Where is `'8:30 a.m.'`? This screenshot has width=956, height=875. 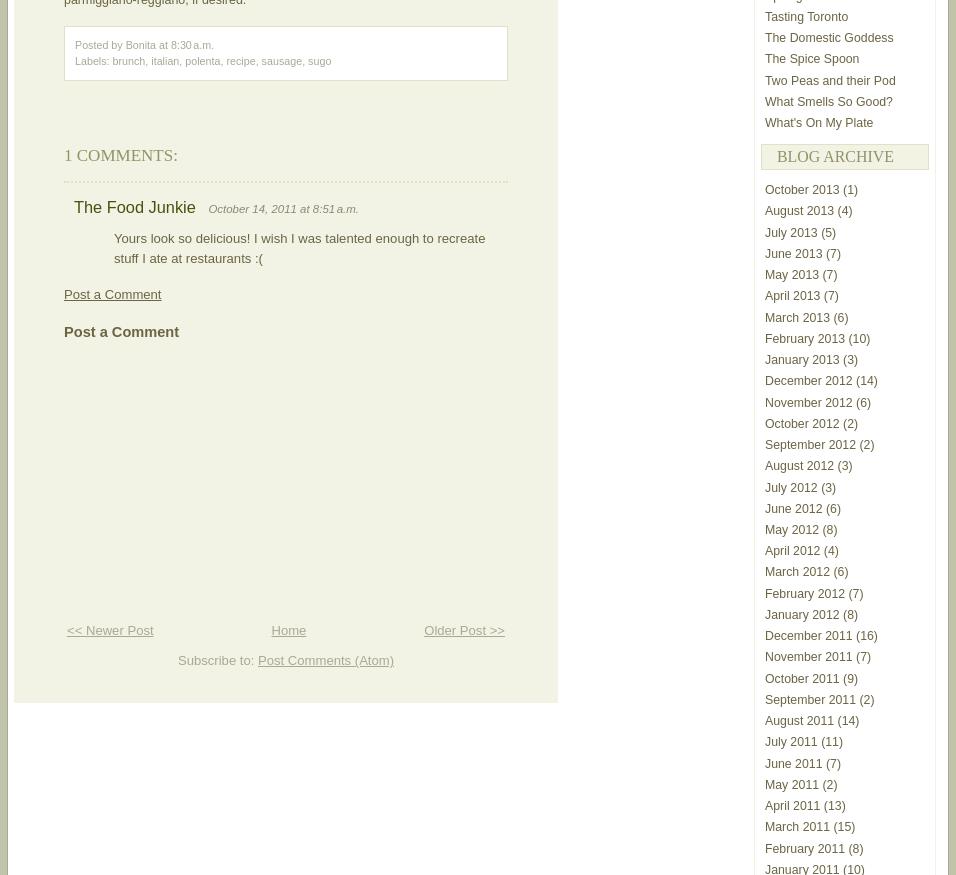 '8:30 a.m.' is located at coordinates (191, 43).